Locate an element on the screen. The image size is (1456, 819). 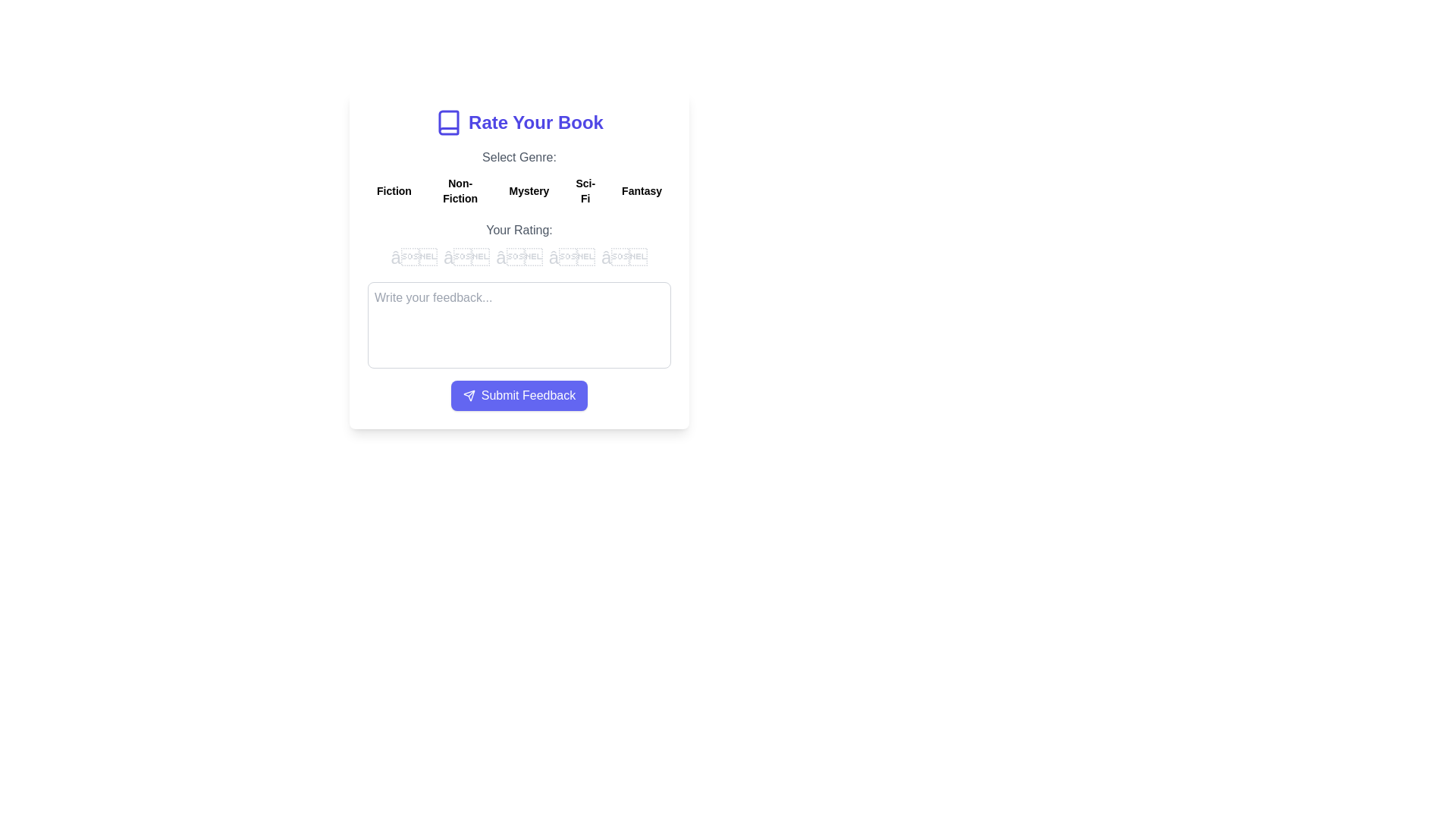
the fourth star icon in the rating system, which is rendered in light gray and part of a horizontally aligned row below the header 'Your Rating' is located at coordinates (571, 256).